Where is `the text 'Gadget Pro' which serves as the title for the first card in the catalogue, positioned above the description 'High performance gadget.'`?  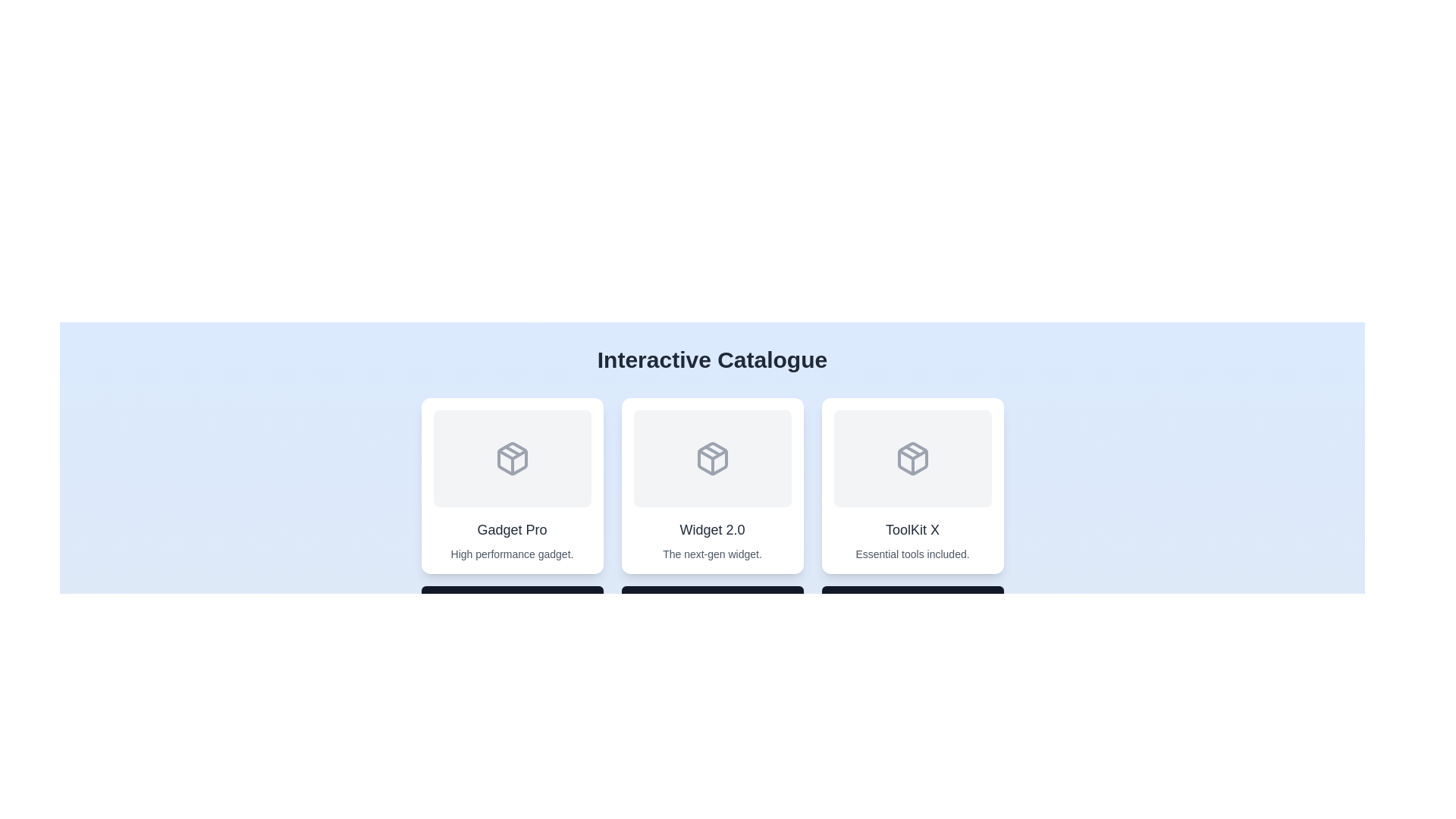
the text 'Gadget Pro' which serves as the title for the first card in the catalogue, positioned above the description 'High performance gadget.' is located at coordinates (512, 529).